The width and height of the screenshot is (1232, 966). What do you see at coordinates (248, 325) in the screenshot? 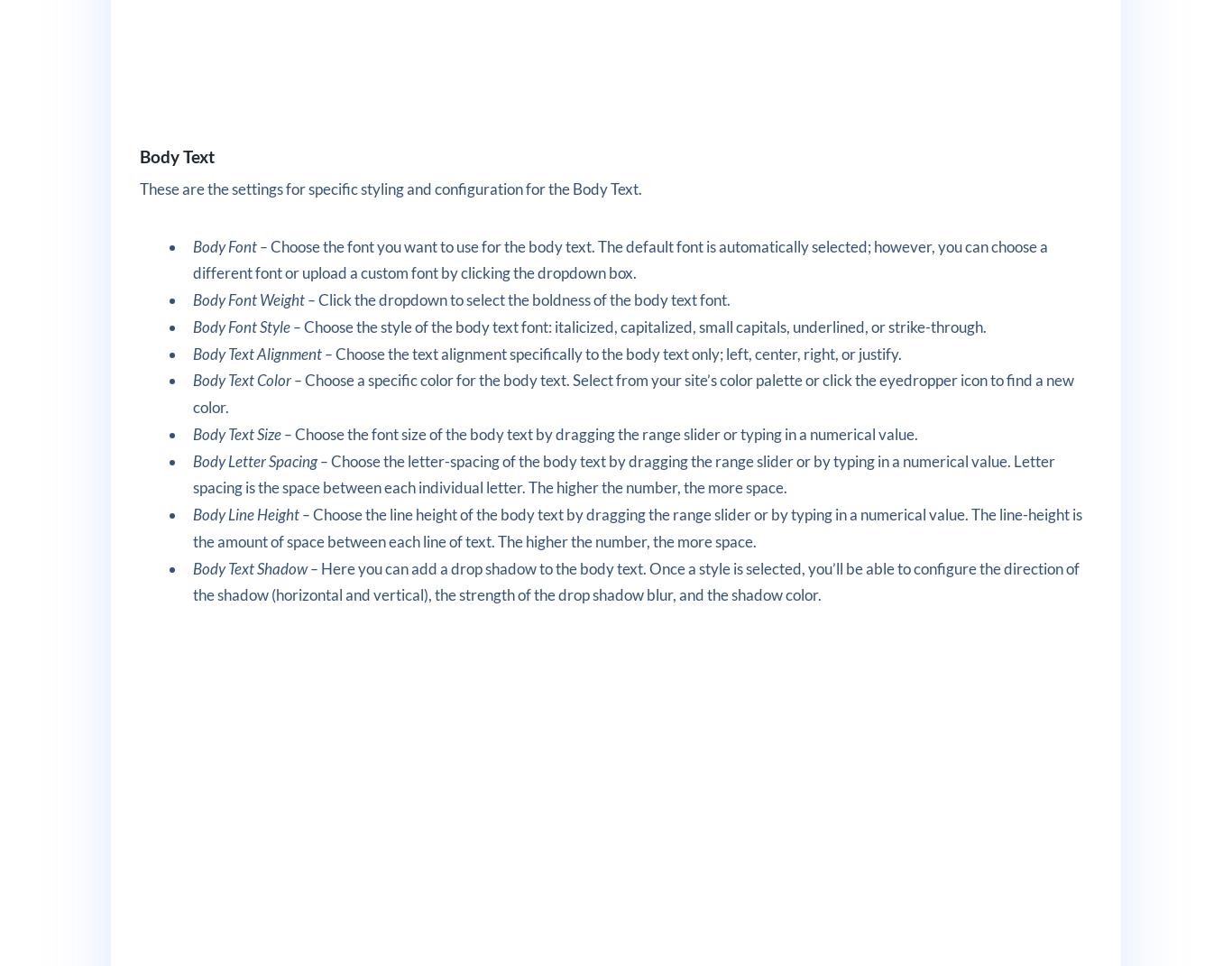
I see `'Body Font Style –'` at bounding box center [248, 325].